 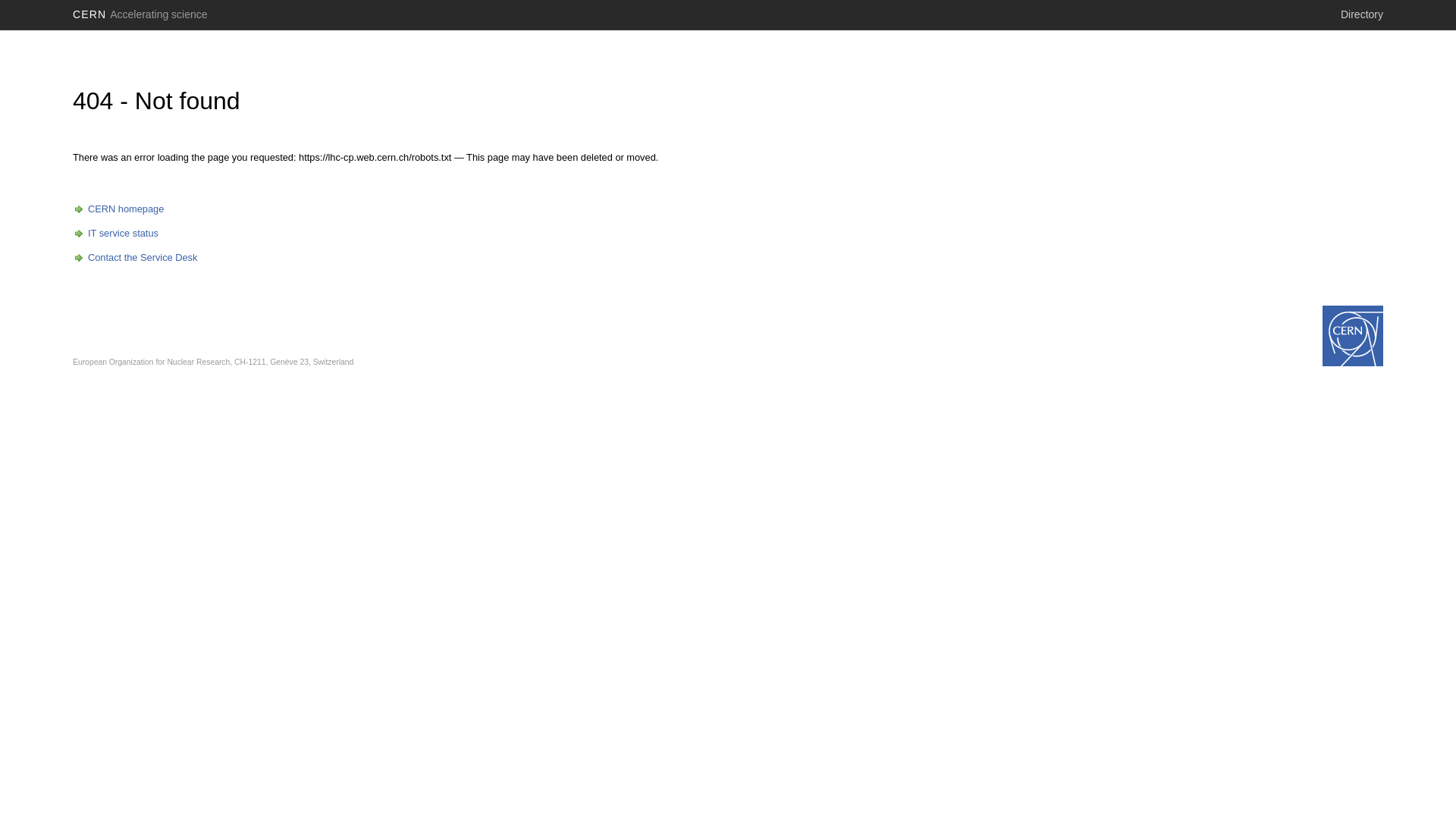 What do you see at coordinates (1353, 335) in the screenshot?
I see `'www.cern.ch'` at bounding box center [1353, 335].